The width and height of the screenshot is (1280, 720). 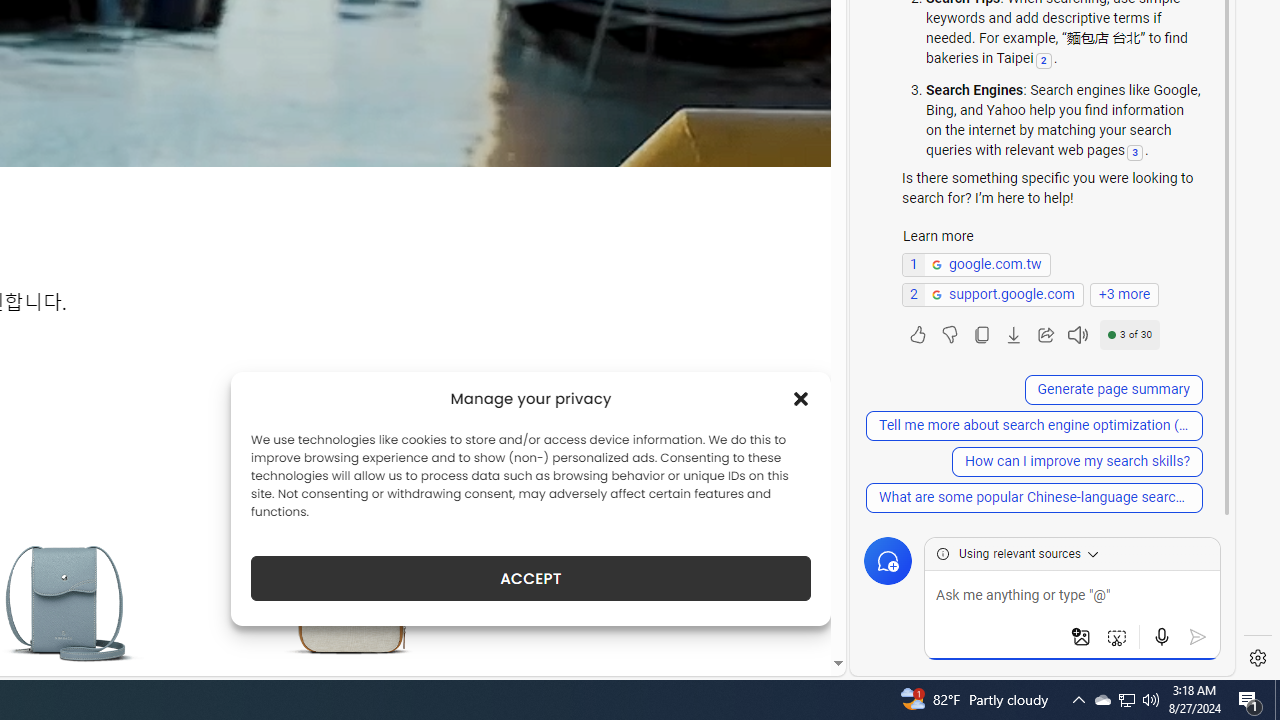 What do you see at coordinates (801, 398) in the screenshot?
I see `'Class: cmplz-close'` at bounding box center [801, 398].